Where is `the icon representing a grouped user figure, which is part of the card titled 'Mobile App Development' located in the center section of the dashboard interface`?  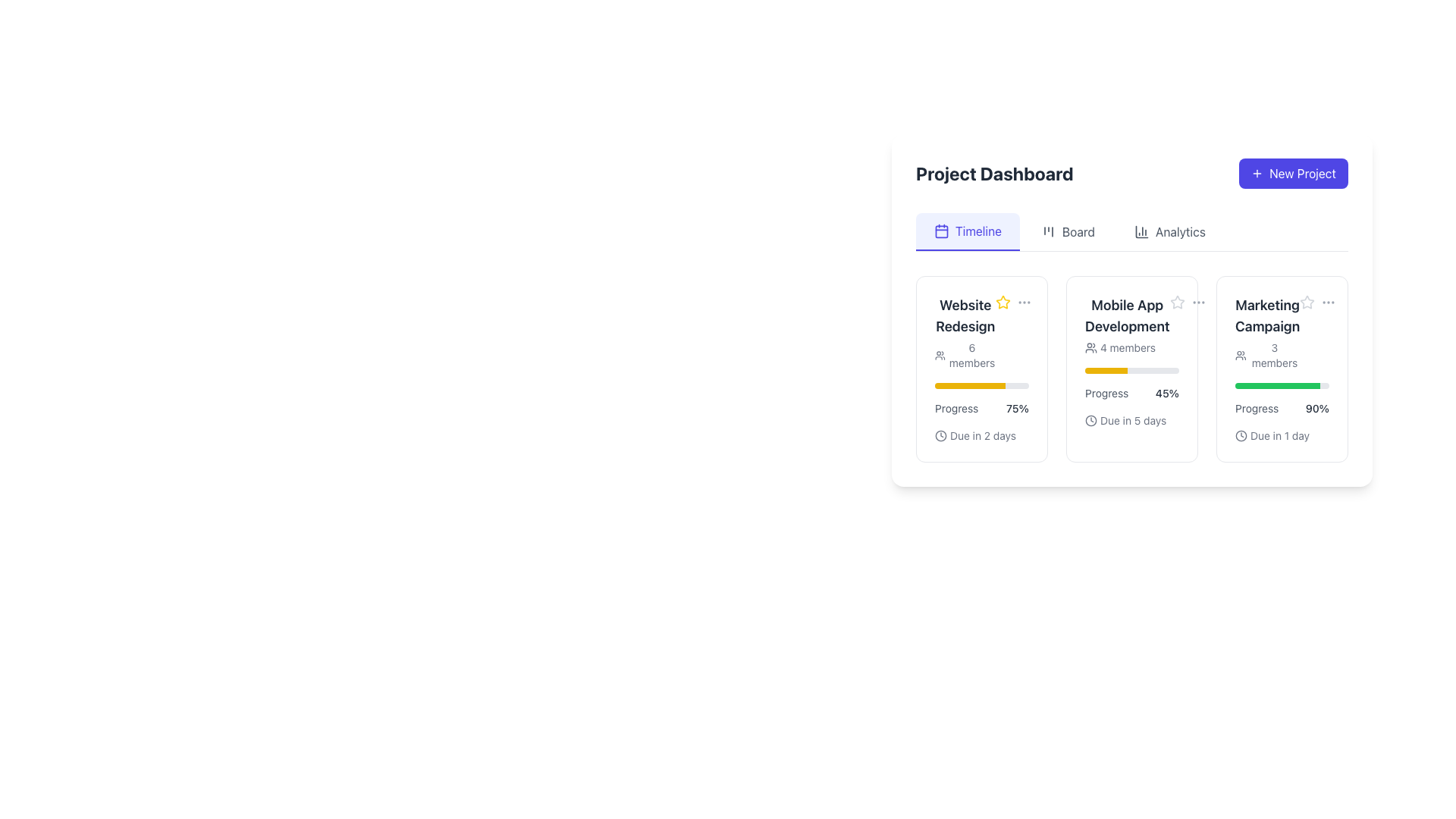
the icon representing a grouped user figure, which is part of the card titled 'Mobile App Development' located in the center section of the dashboard interface is located at coordinates (1090, 348).